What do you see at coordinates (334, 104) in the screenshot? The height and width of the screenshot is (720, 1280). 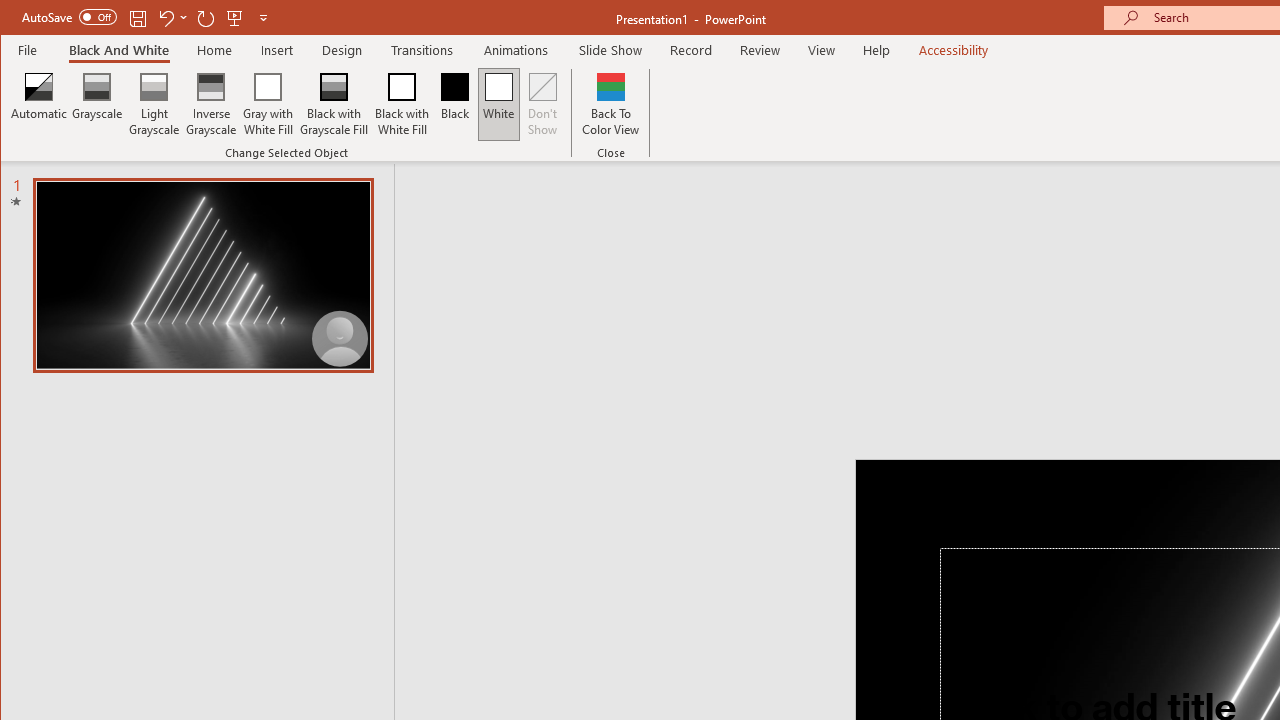 I see `'Black with Grayscale Fill'` at bounding box center [334, 104].